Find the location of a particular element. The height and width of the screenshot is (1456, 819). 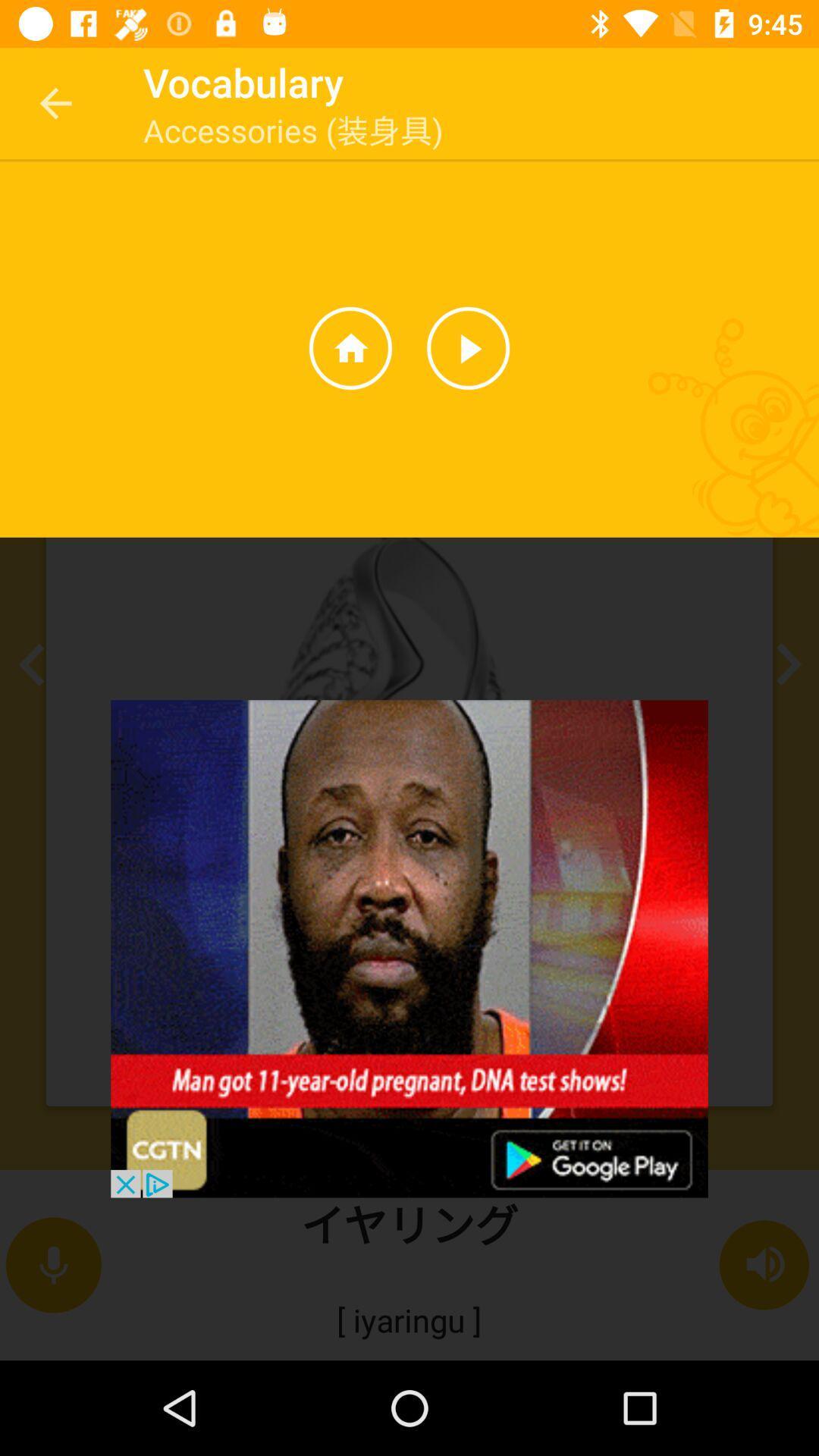

the play icon is located at coordinates (467, 347).